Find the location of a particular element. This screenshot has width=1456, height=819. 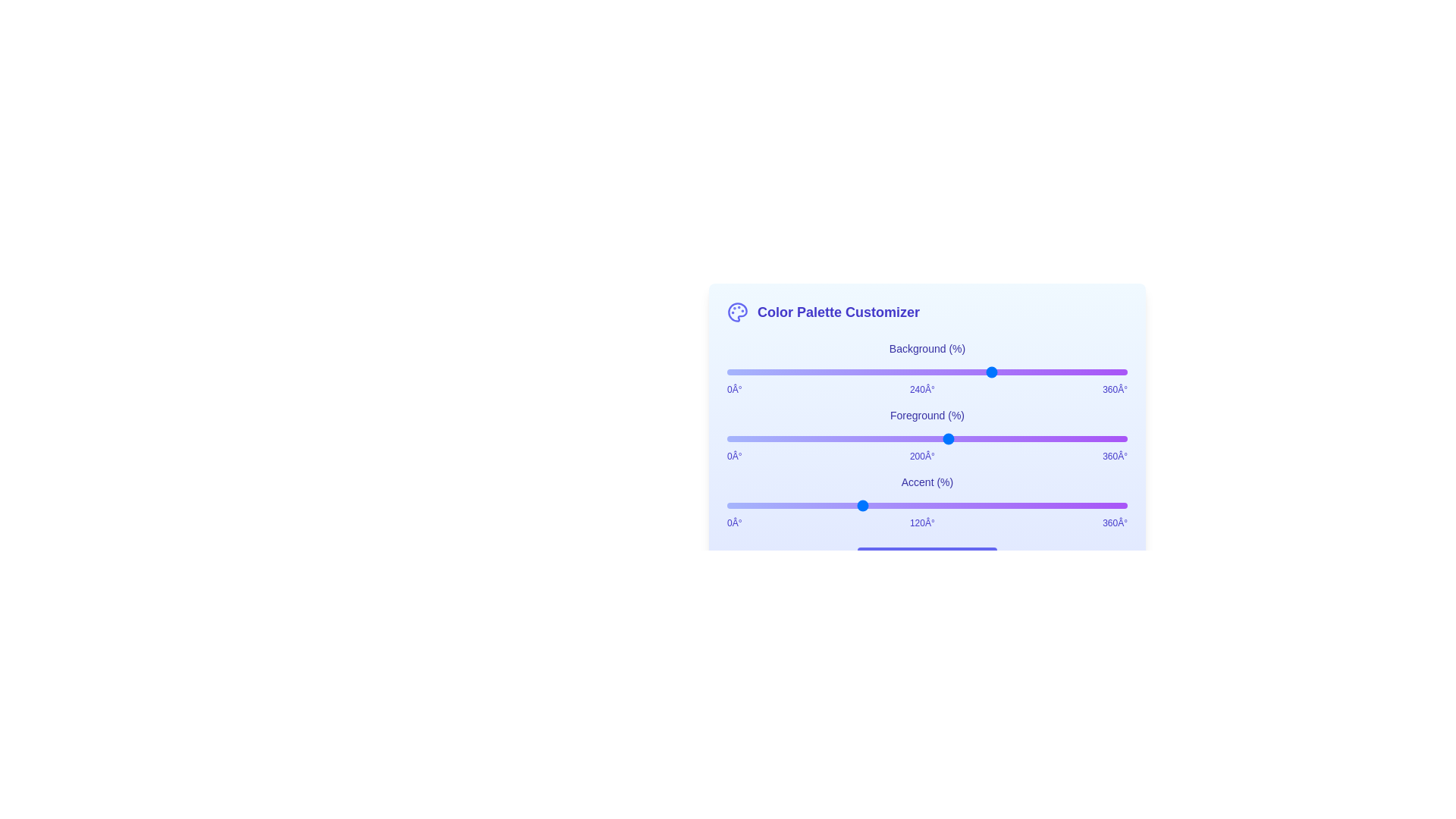

the text 'Background (%)' to highlight it is located at coordinates (927, 348).